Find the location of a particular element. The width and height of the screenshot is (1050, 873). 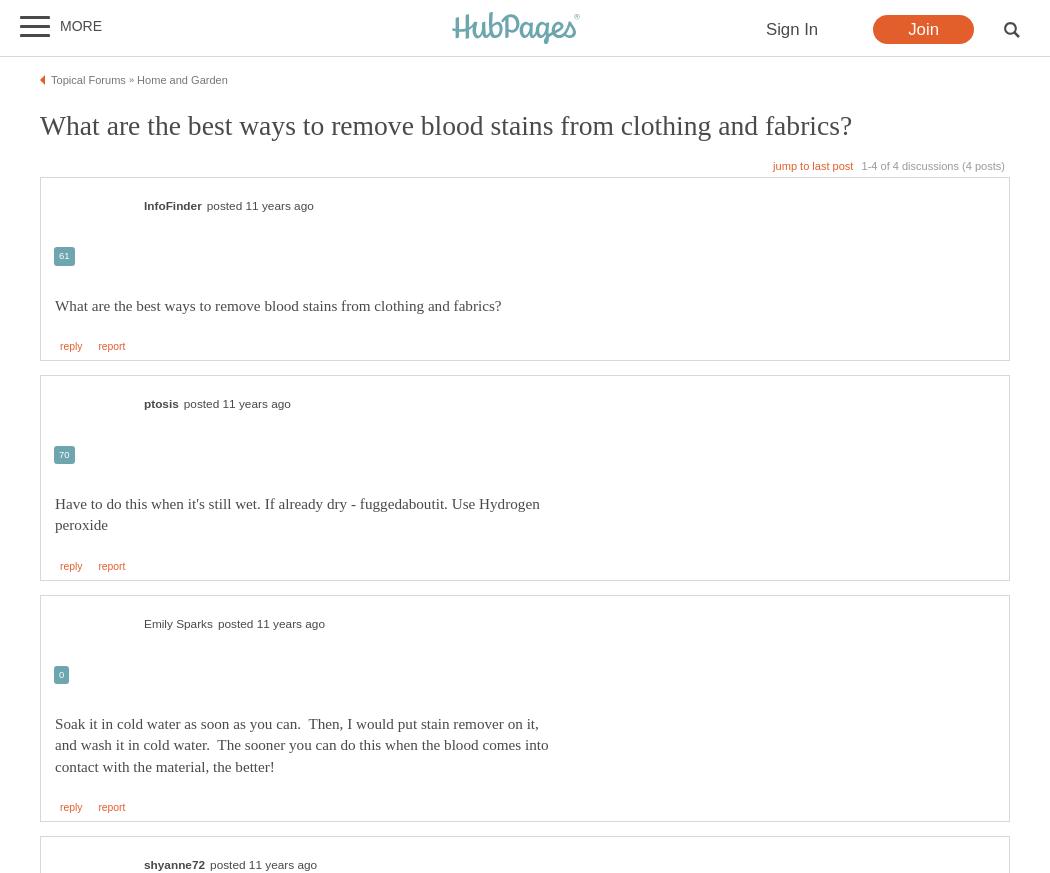

'0' is located at coordinates (60, 673).